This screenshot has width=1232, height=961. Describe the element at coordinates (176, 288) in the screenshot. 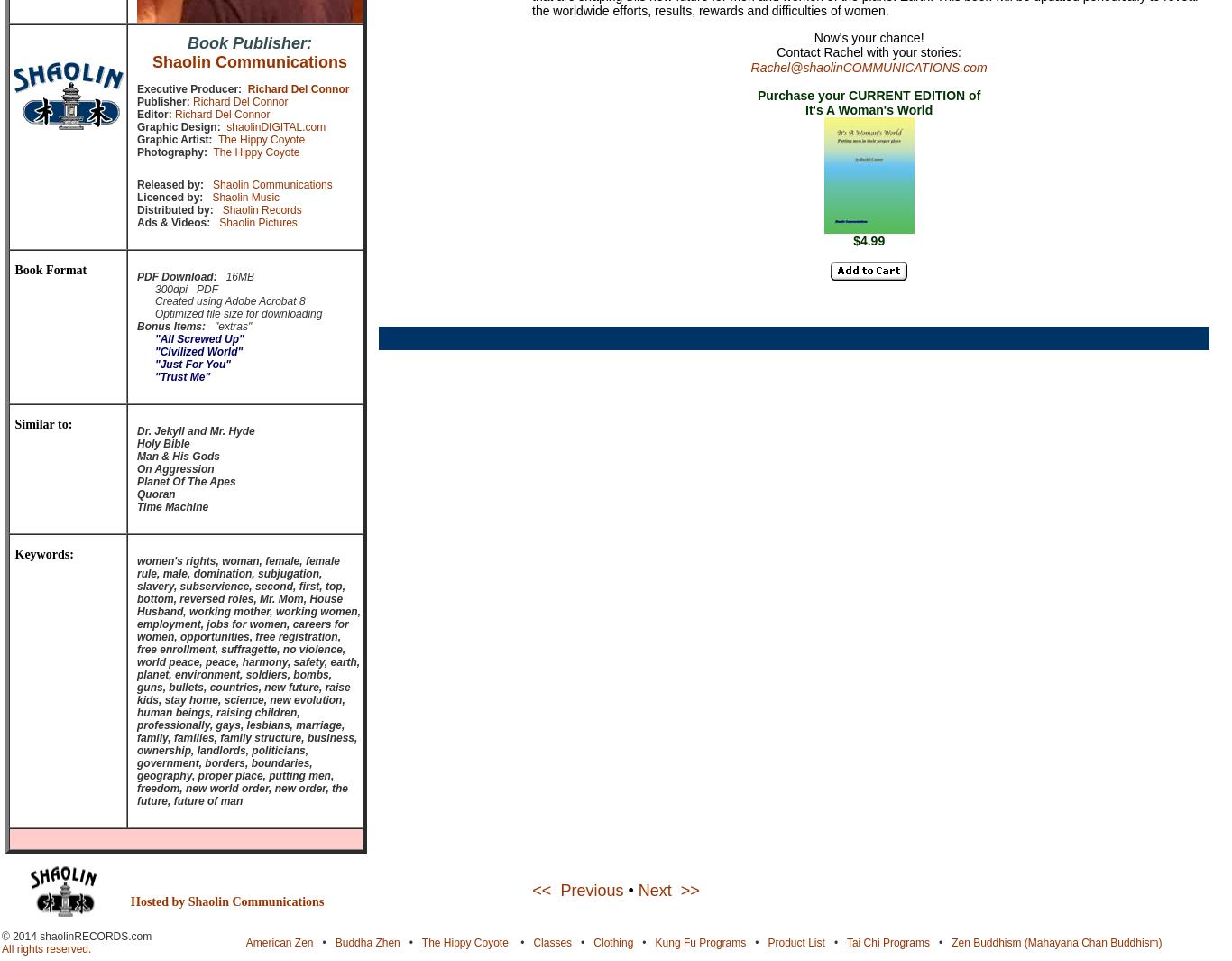

I see `'300dpi   PDF'` at that location.